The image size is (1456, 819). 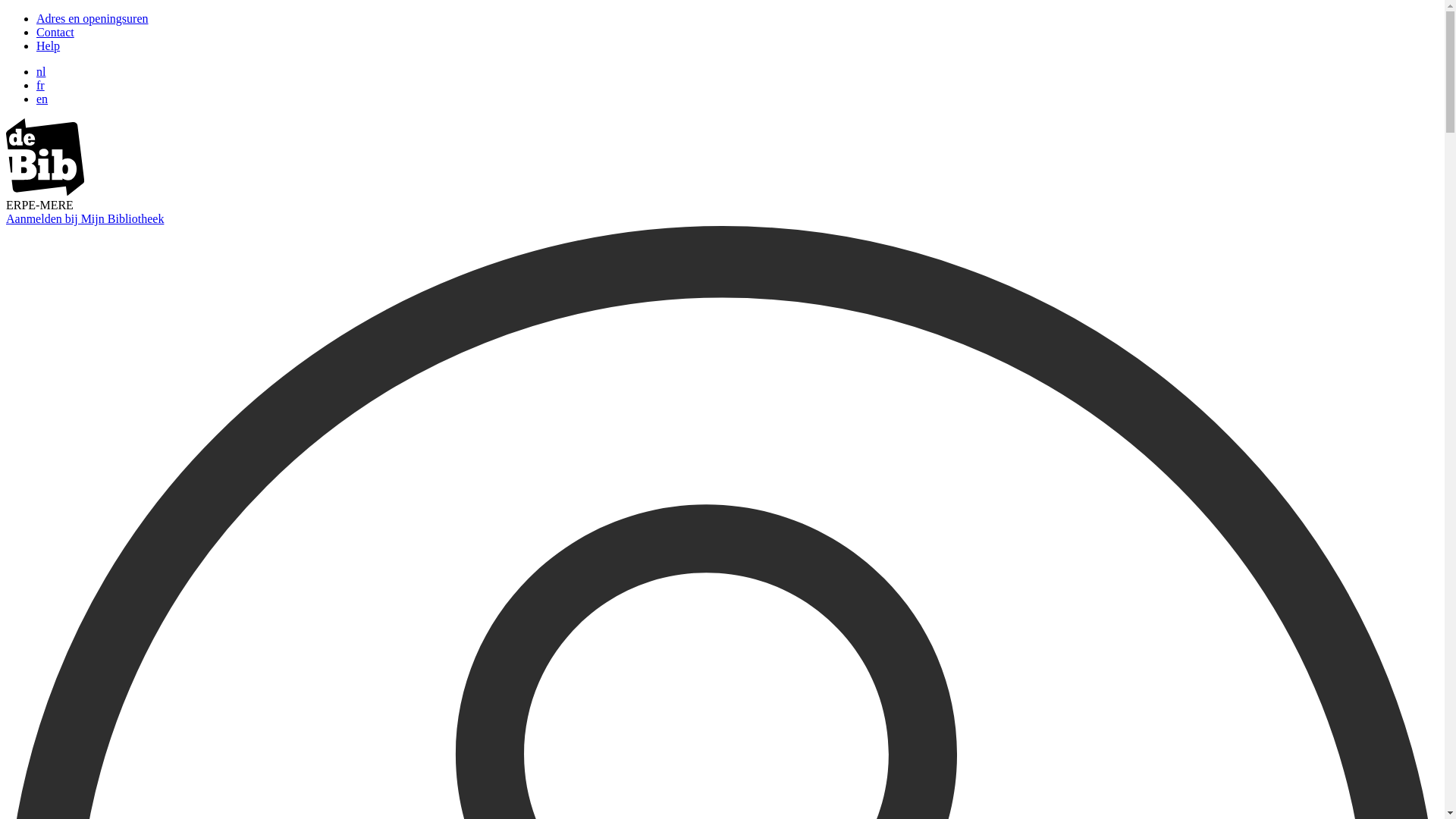 I want to click on 'Overslaan en naar zoeken gaan', so click(x=6, y=12).